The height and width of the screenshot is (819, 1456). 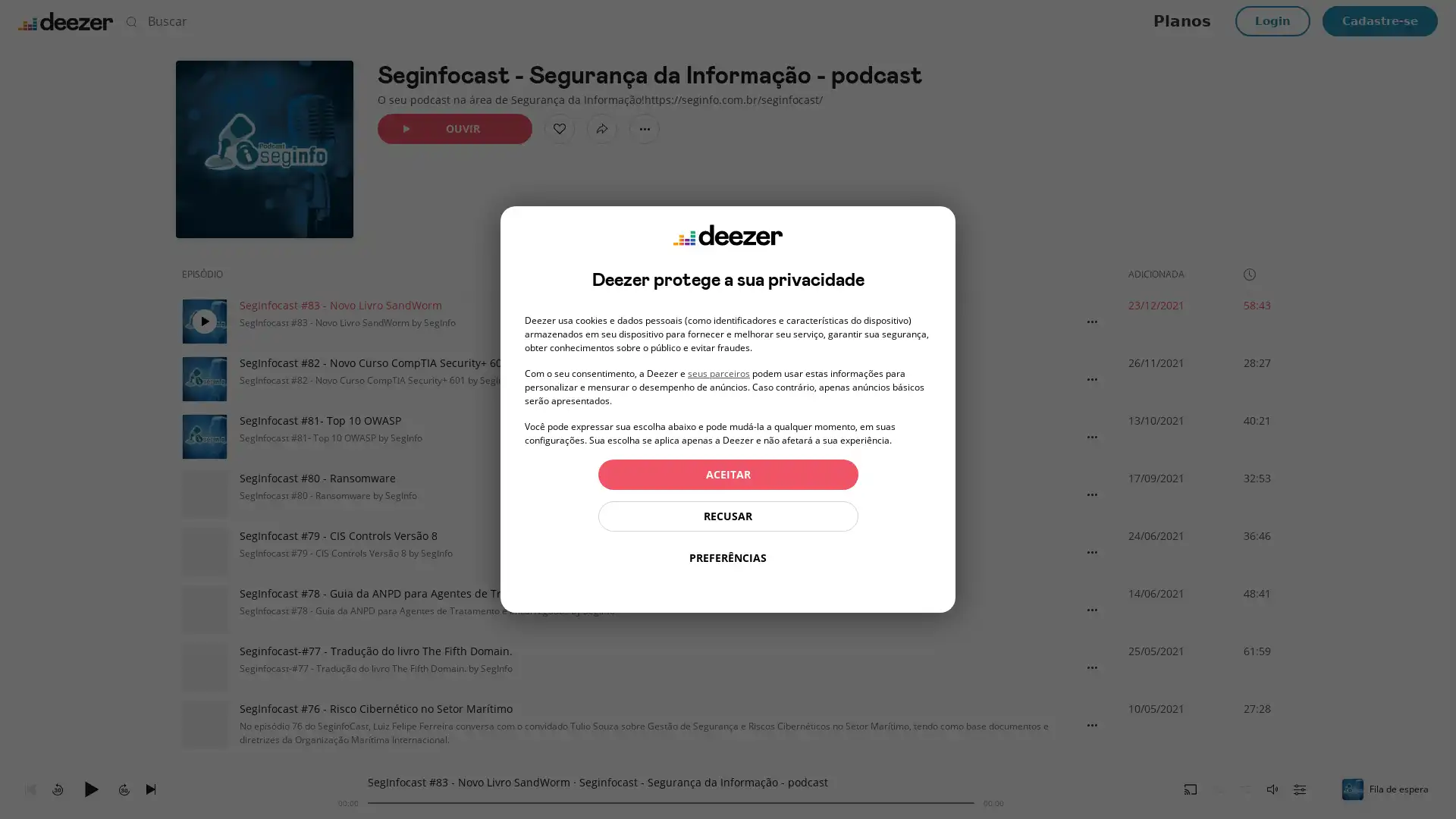 What do you see at coordinates (58, 788) in the screenshot?
I see `Voltar 30 segundos` at bounding box center [58, 788].